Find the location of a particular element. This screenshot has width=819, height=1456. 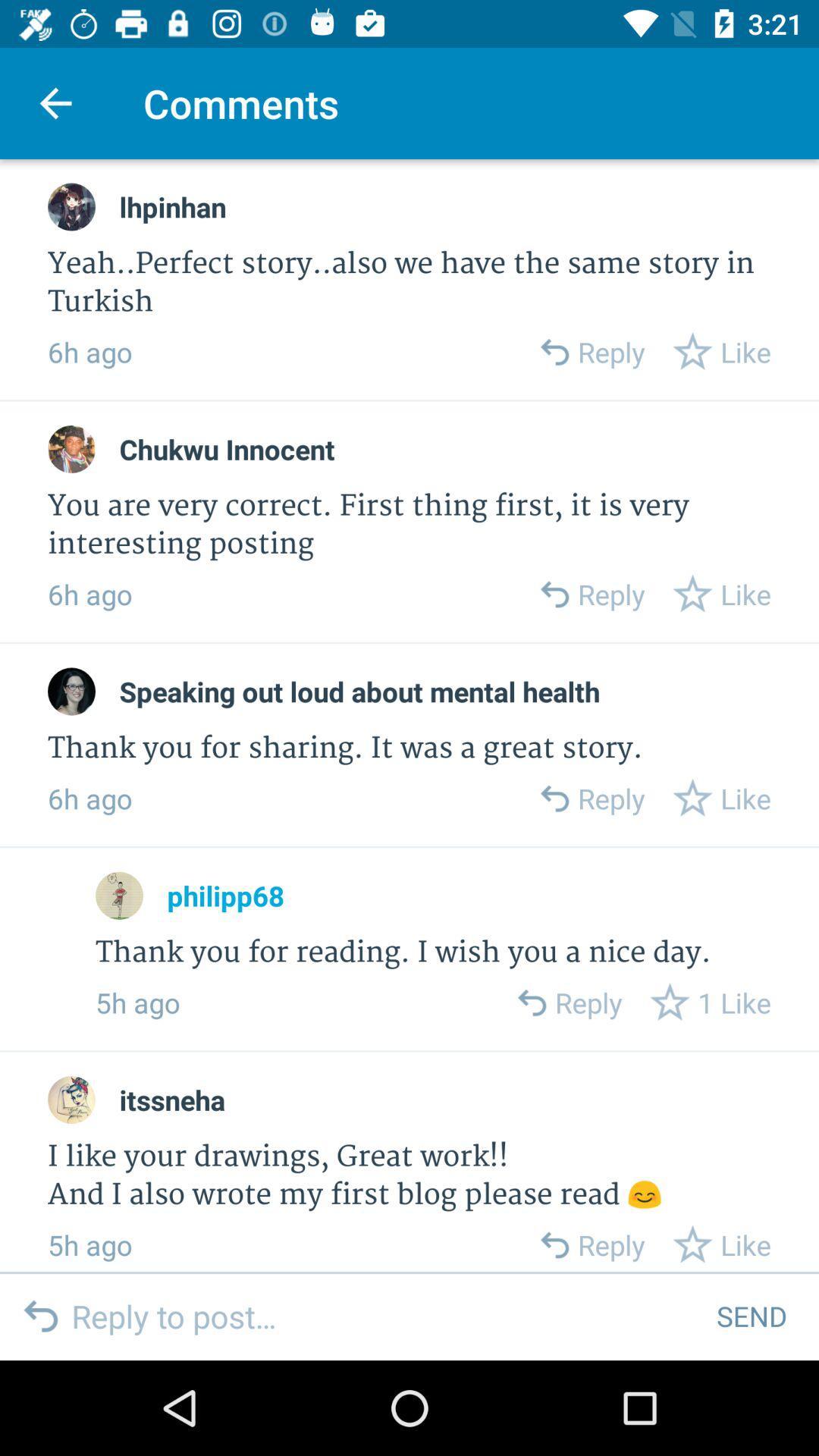

i like your item is located at coordinates (409, 1175).